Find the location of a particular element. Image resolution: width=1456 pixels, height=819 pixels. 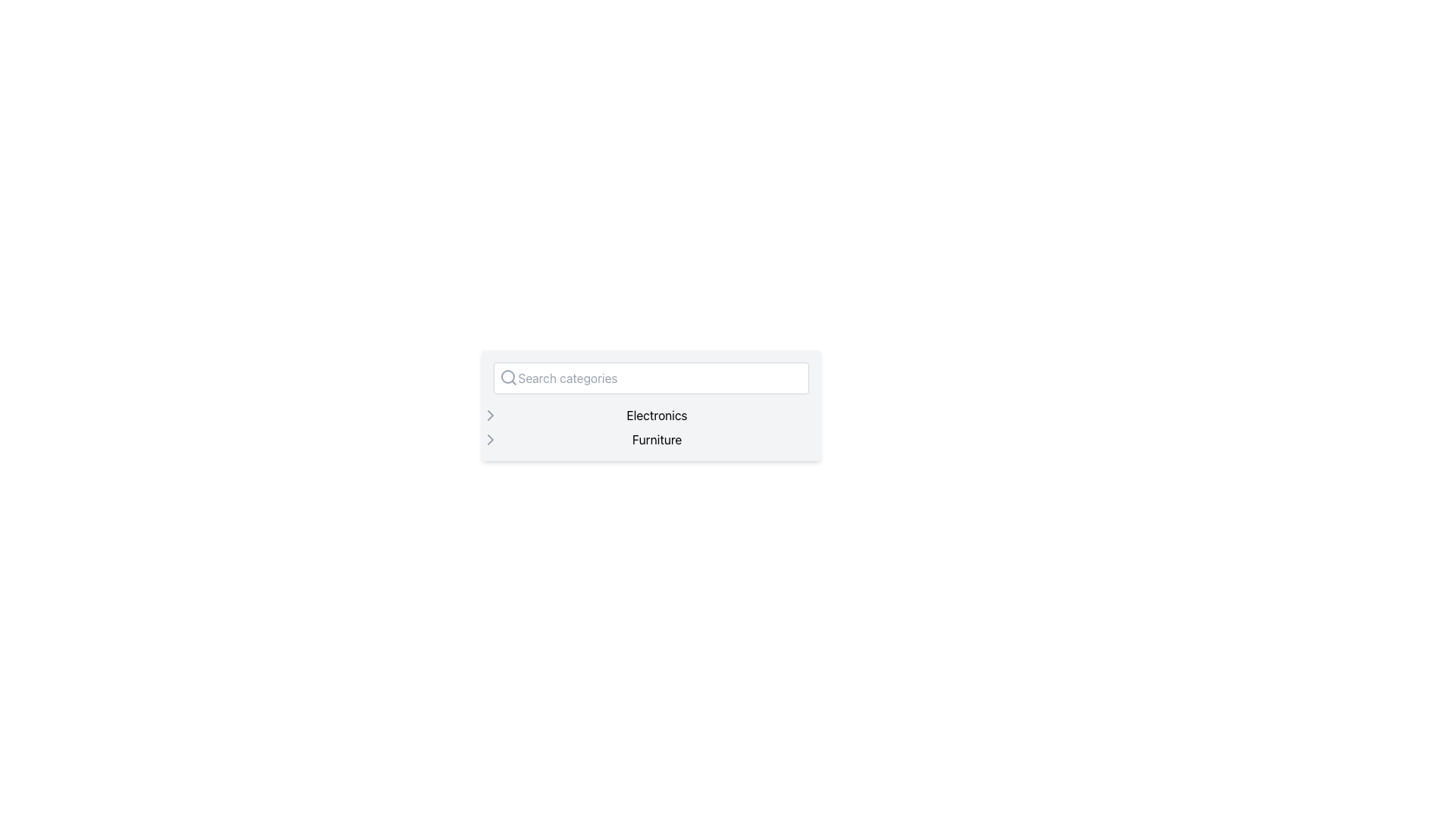

the right-pointing chevron icon button, which is styled in medium gray and located to the left of the text 'Furniture' in the categories list is located at coordinates (490, 439).